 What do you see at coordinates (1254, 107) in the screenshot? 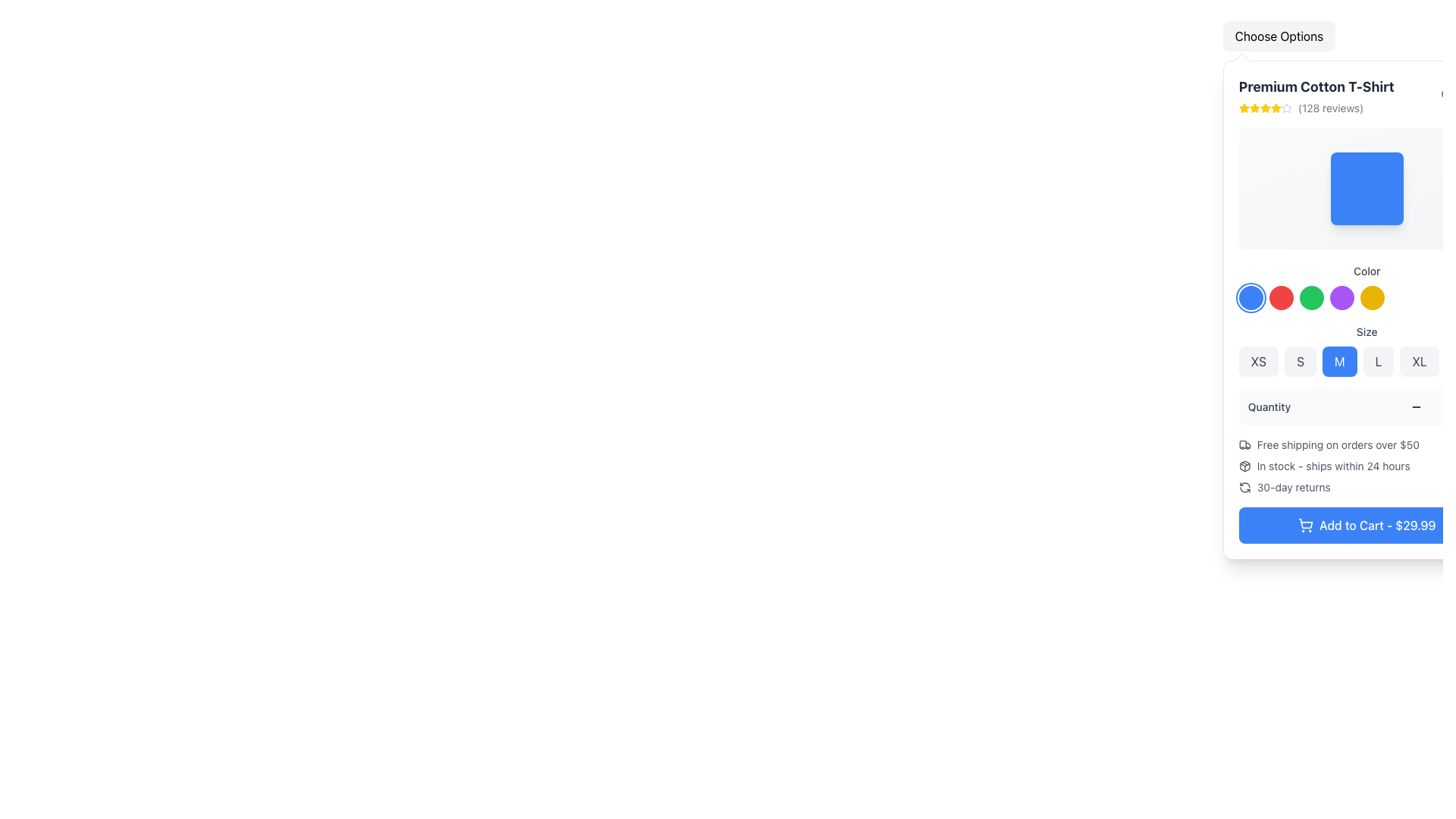
I see `the second star-shaped icon filled with bright yellow color in the rating component below the product title 'Premium Cotton T-Shirt' to adjust the rating` at bounding box center [1254, 107].